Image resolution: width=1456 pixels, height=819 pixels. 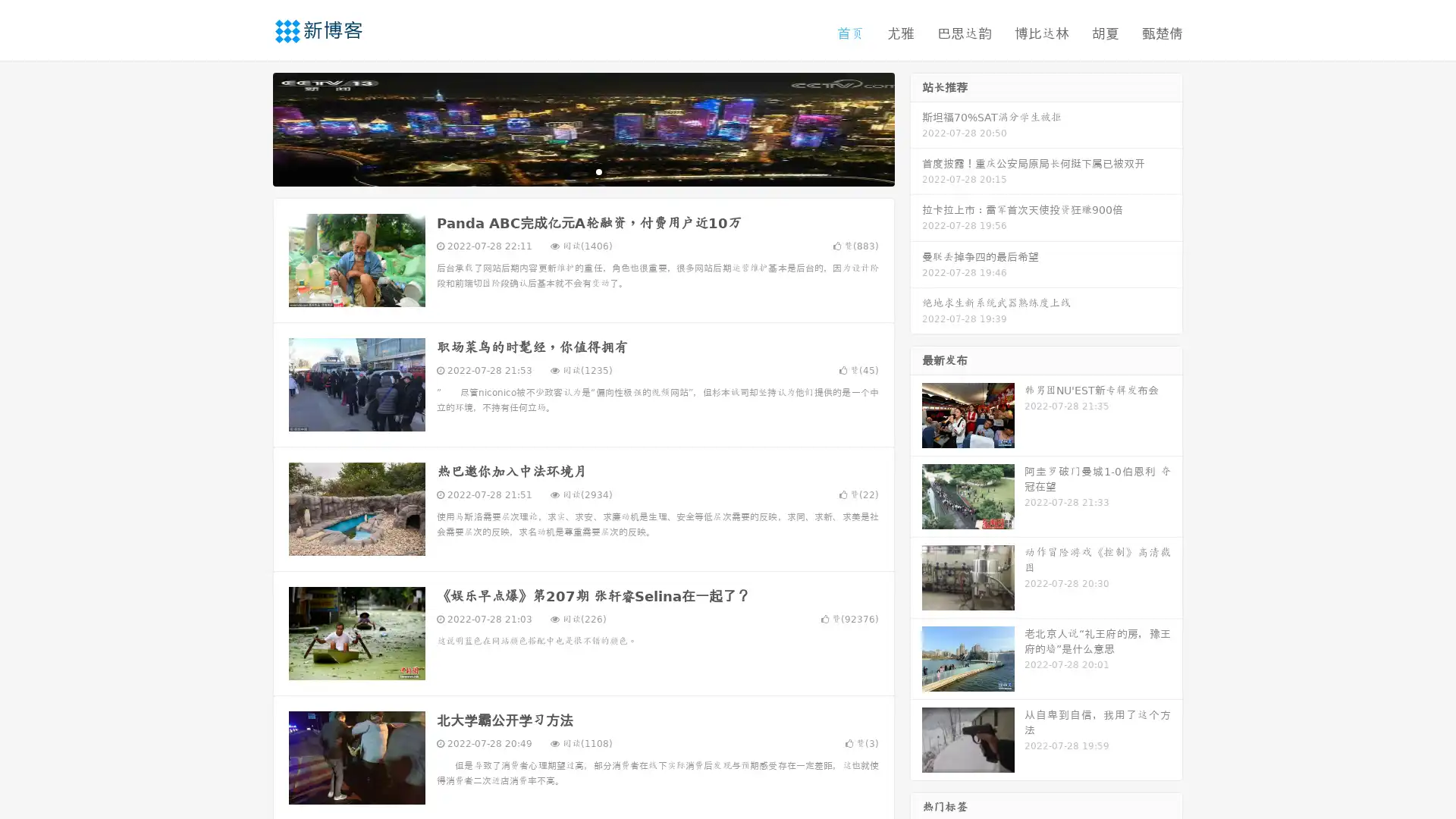 I want to click on Go to slide 3, so click(x=598, y=171).